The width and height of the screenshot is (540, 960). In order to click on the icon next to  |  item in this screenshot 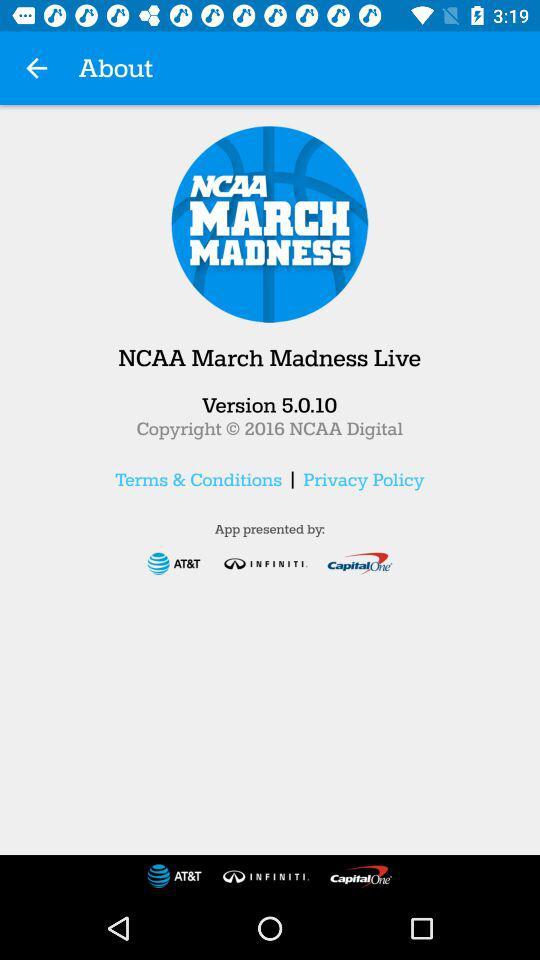, I will do `click(362, 479)`.